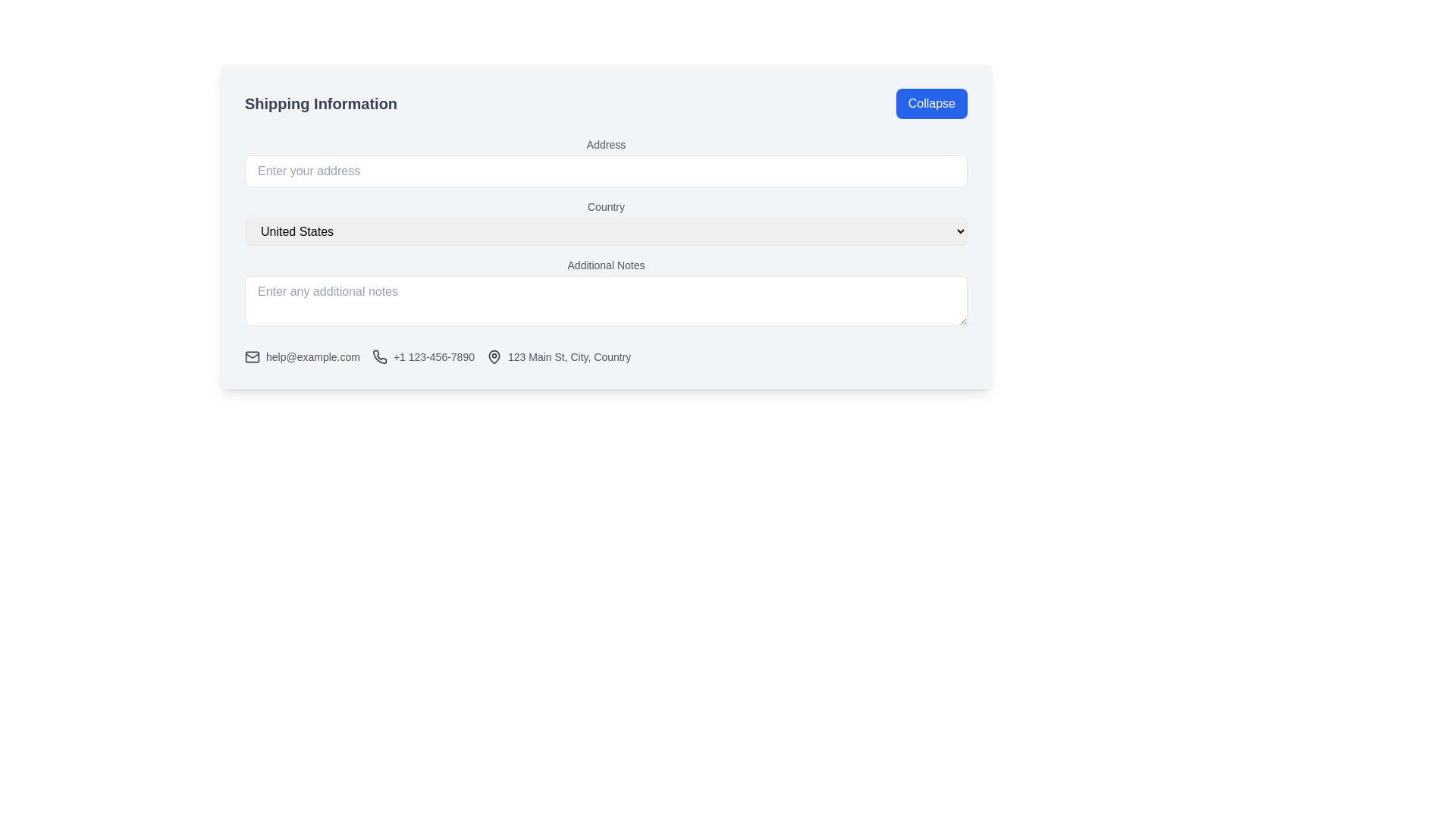  What do you see at coordinates (930, 103) in the screenshot?
I see `the 'Collapse' button, which has a blue background and white text, located to the right of the 'Shipping Information' section header` at bounding box center [930, 103].